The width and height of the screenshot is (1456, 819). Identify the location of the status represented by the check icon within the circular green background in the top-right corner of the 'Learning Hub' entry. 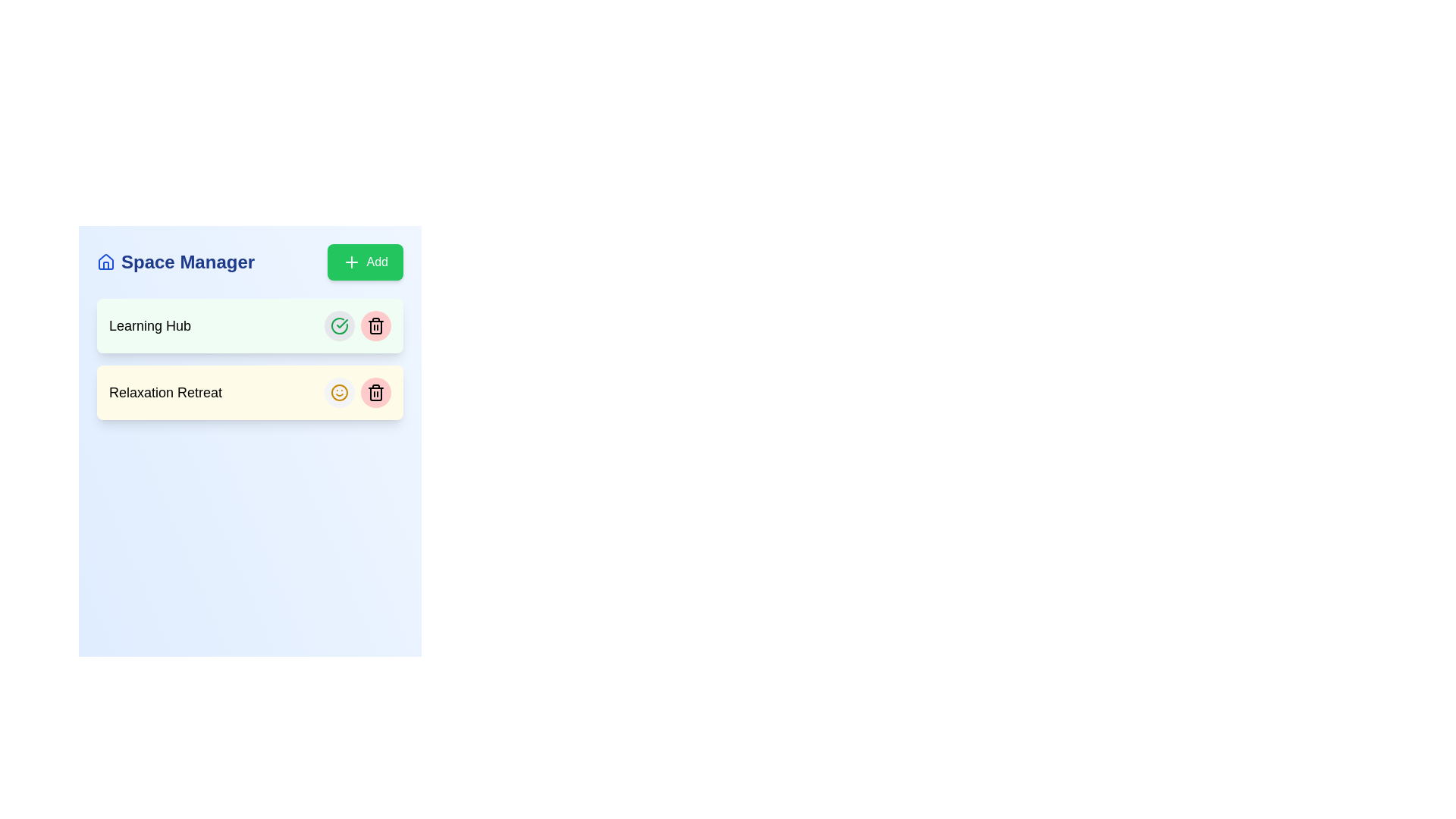
(338, 325).